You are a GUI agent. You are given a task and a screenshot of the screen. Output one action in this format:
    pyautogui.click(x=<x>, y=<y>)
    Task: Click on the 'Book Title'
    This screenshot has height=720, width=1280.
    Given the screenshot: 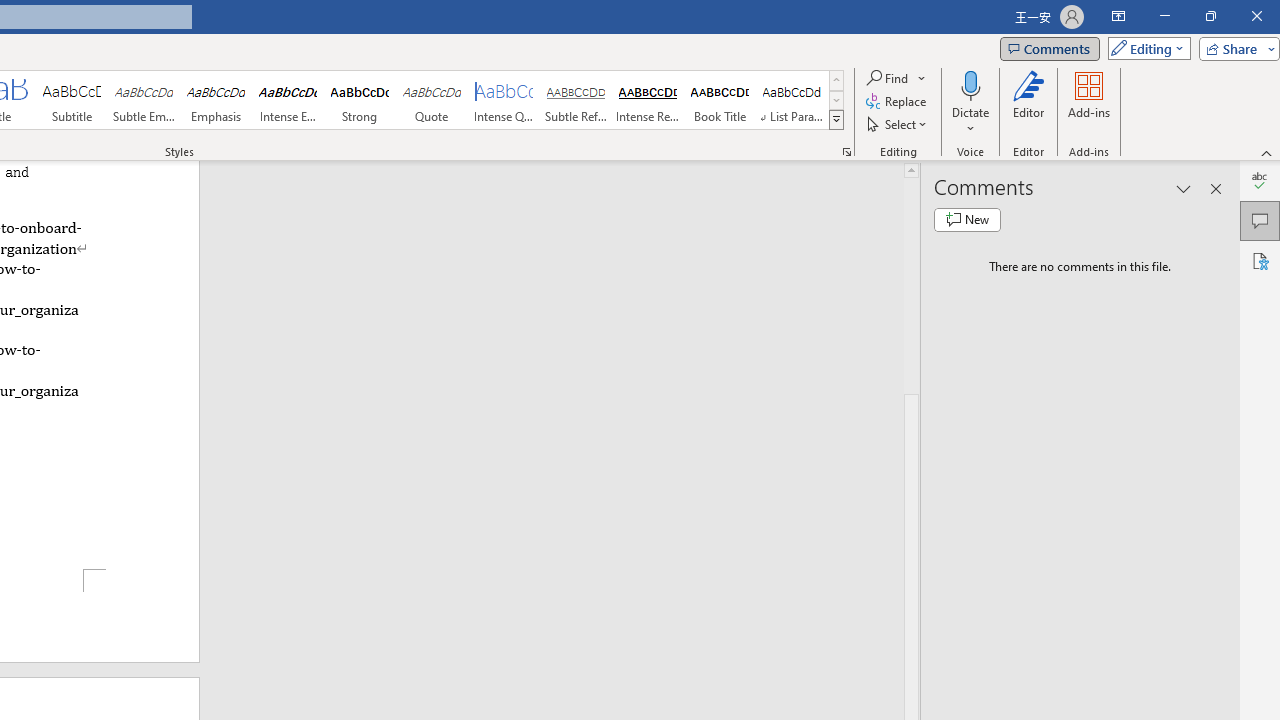 What is the action you would take?
    pyautogui.click(x=720, y=100)
    